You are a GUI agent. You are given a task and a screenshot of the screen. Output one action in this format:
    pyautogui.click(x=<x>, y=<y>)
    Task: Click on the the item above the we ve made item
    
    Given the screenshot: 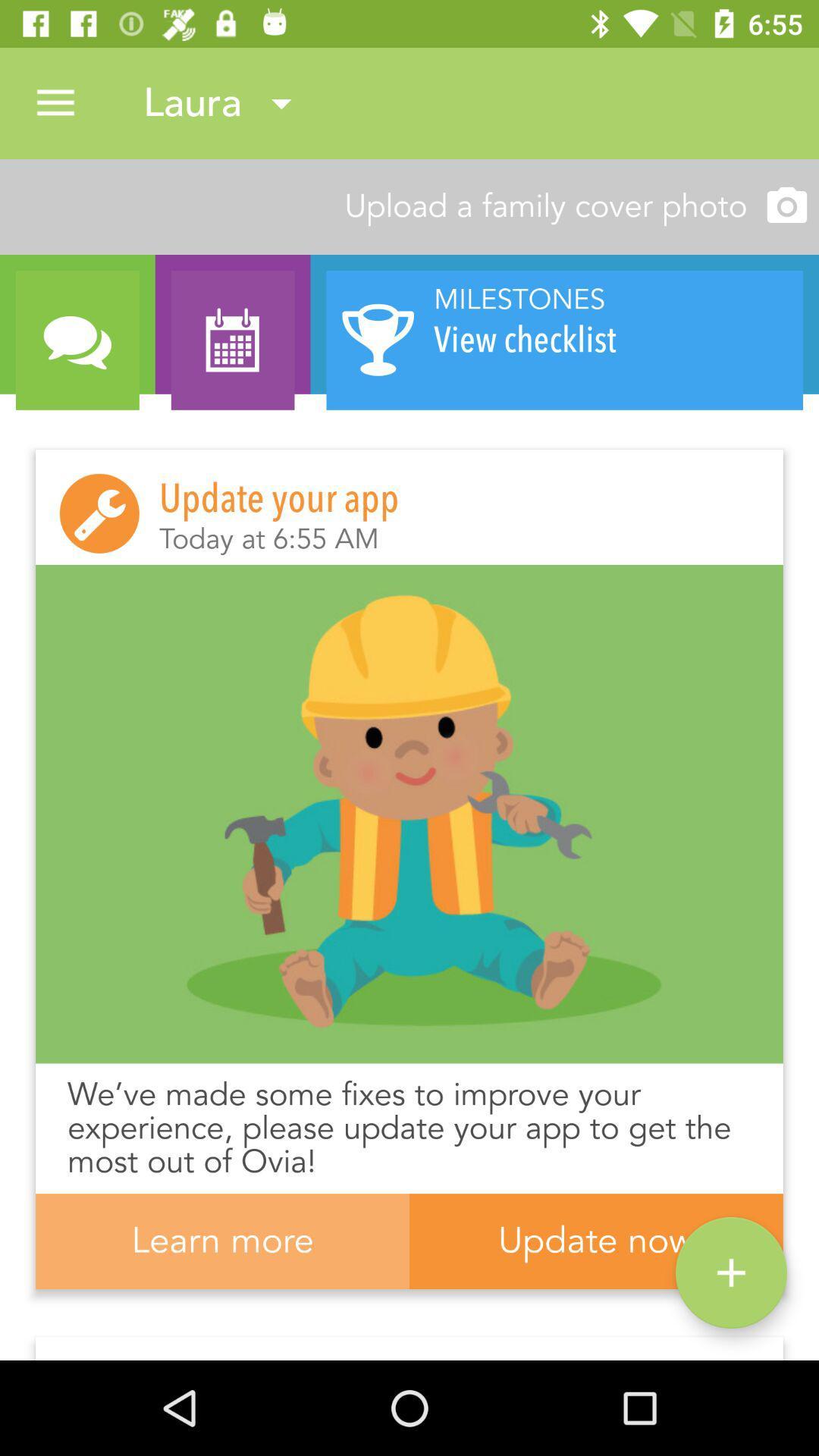 What is the action you would take?
    pyautogui.click(x=409, y=813)
    